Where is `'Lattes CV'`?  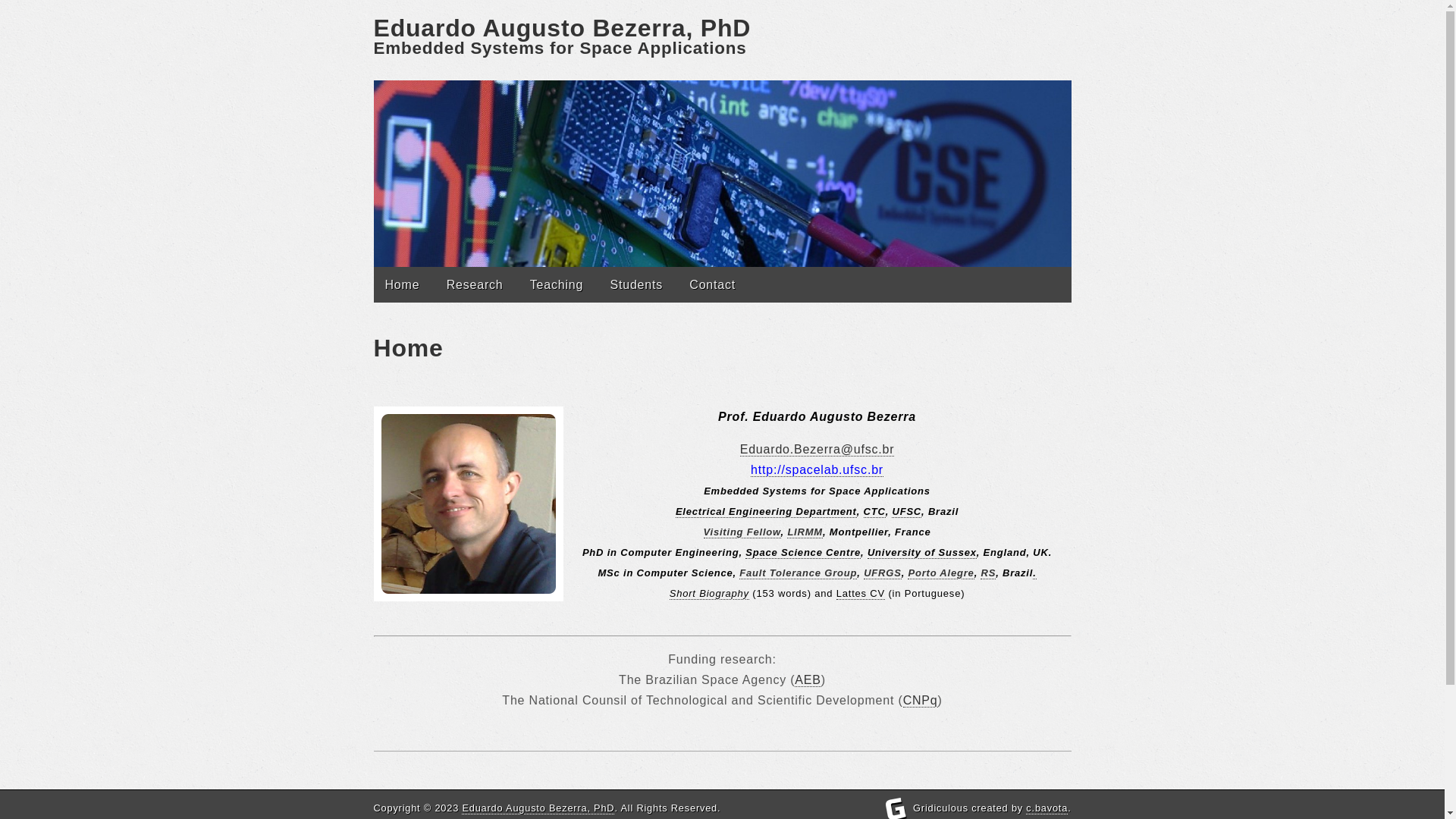
'Lattes CV' is located at coordinates (860, 593).